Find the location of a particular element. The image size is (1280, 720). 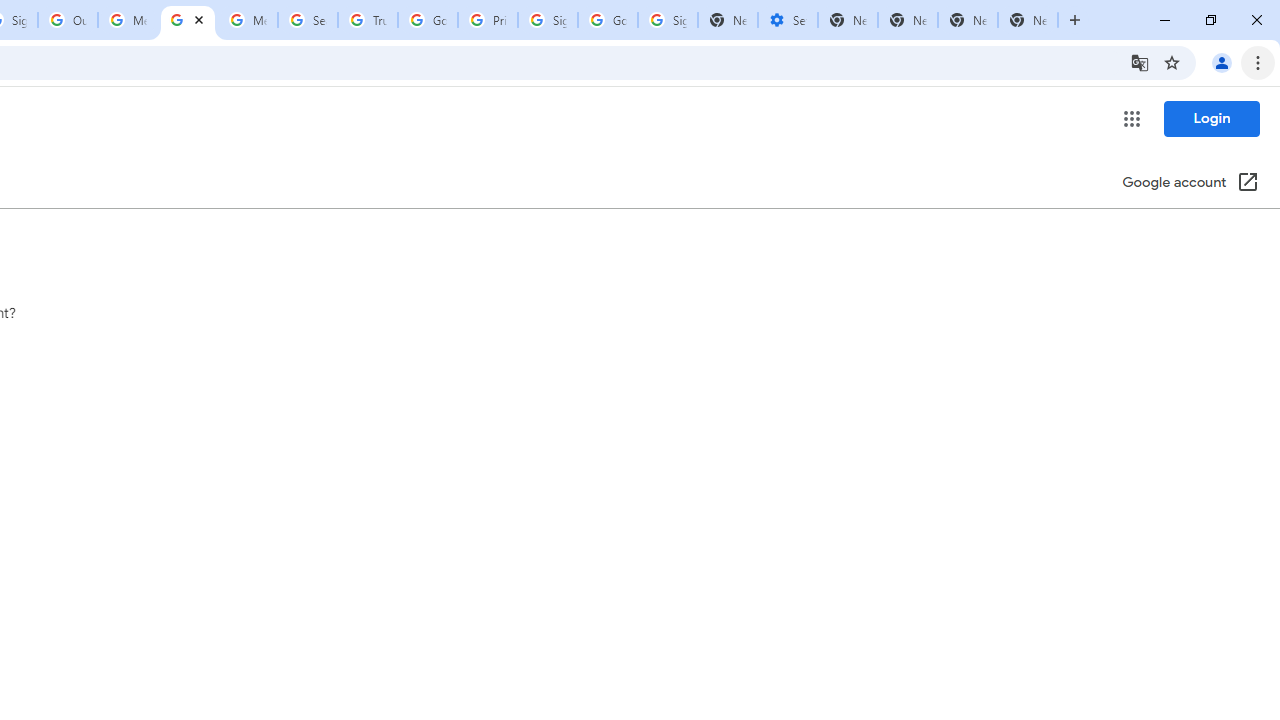

'Google Cybersecurity Innovations - Google Safety Center' is located at coordinates (607, 20).